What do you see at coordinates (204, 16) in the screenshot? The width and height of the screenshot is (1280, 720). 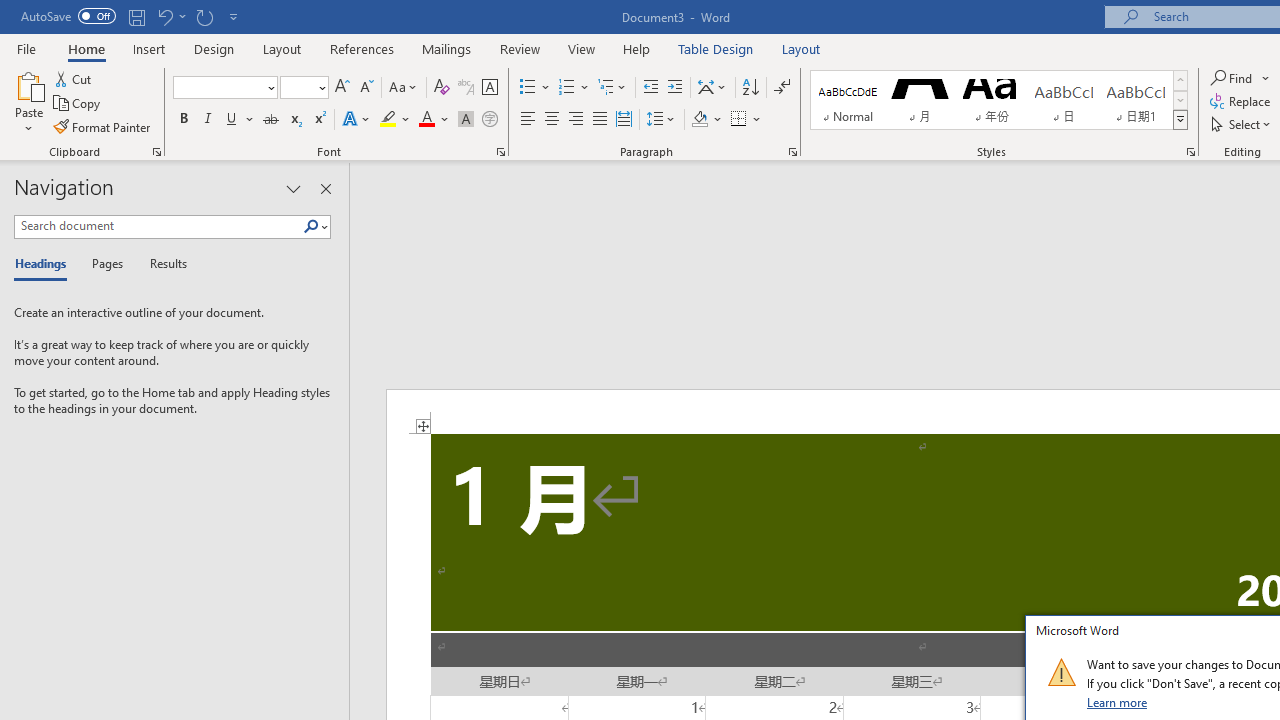 I see `'Repeat Style'` at bounding box center [204, 16].